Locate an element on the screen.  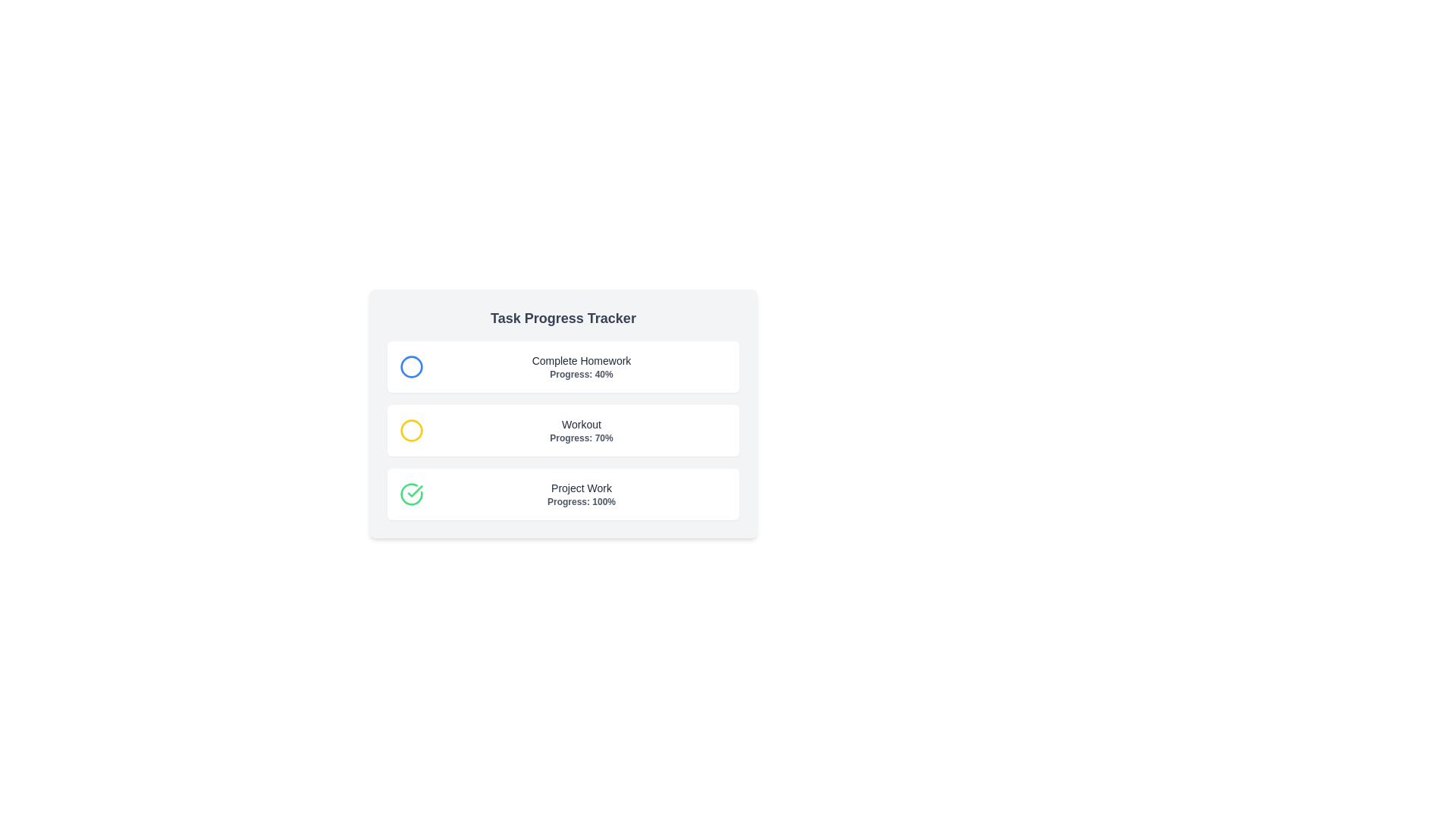
displayed text from the text content element that shows 'Project Work' and 'Progress: 100%' located within a card at the bottom of the list is located at coordinates (581, 494).